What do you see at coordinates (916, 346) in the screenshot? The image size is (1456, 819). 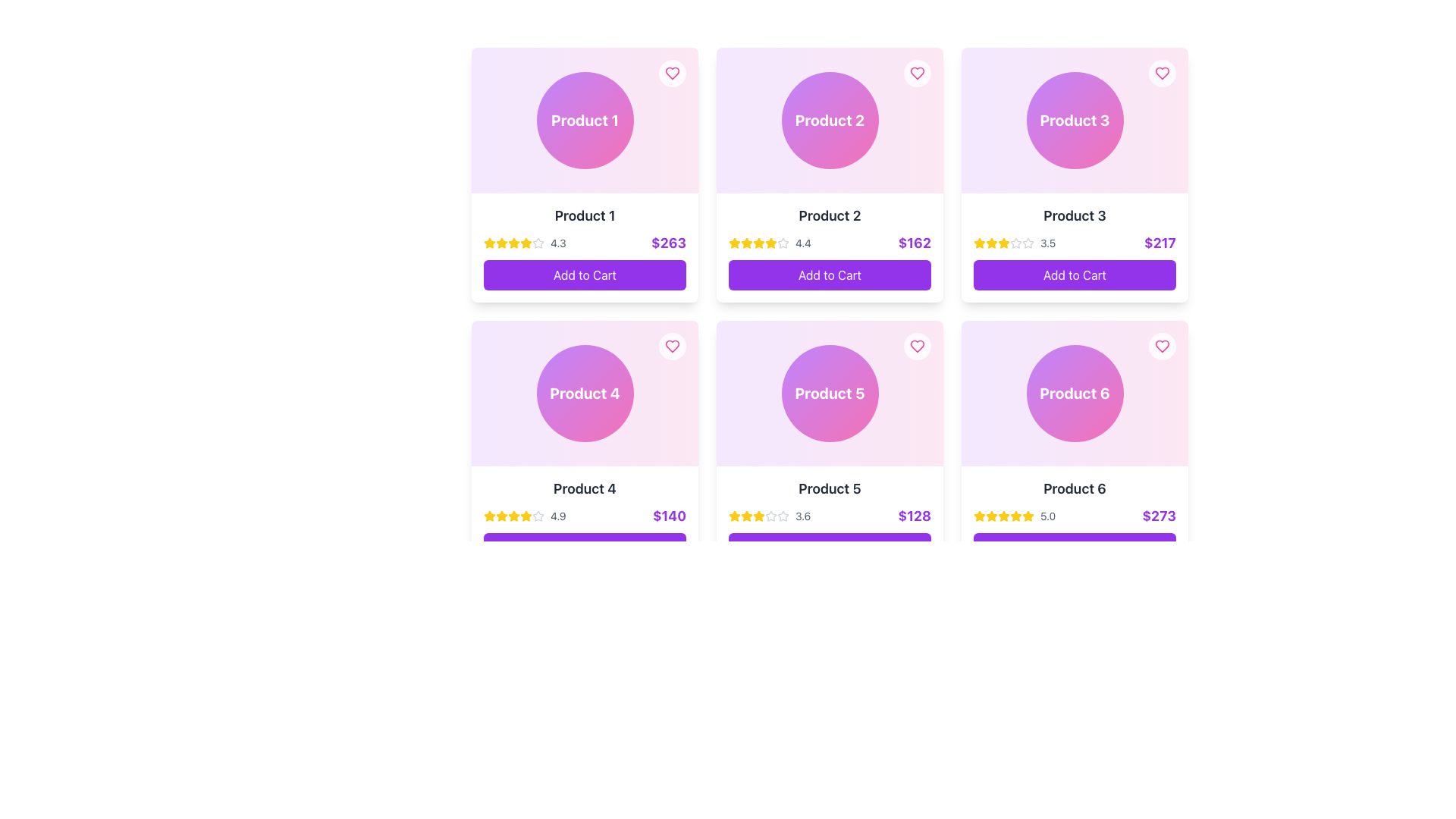 I see `the favorite button located in the top-right area of the 'Product 5' card` at bounding box center [916, 346].